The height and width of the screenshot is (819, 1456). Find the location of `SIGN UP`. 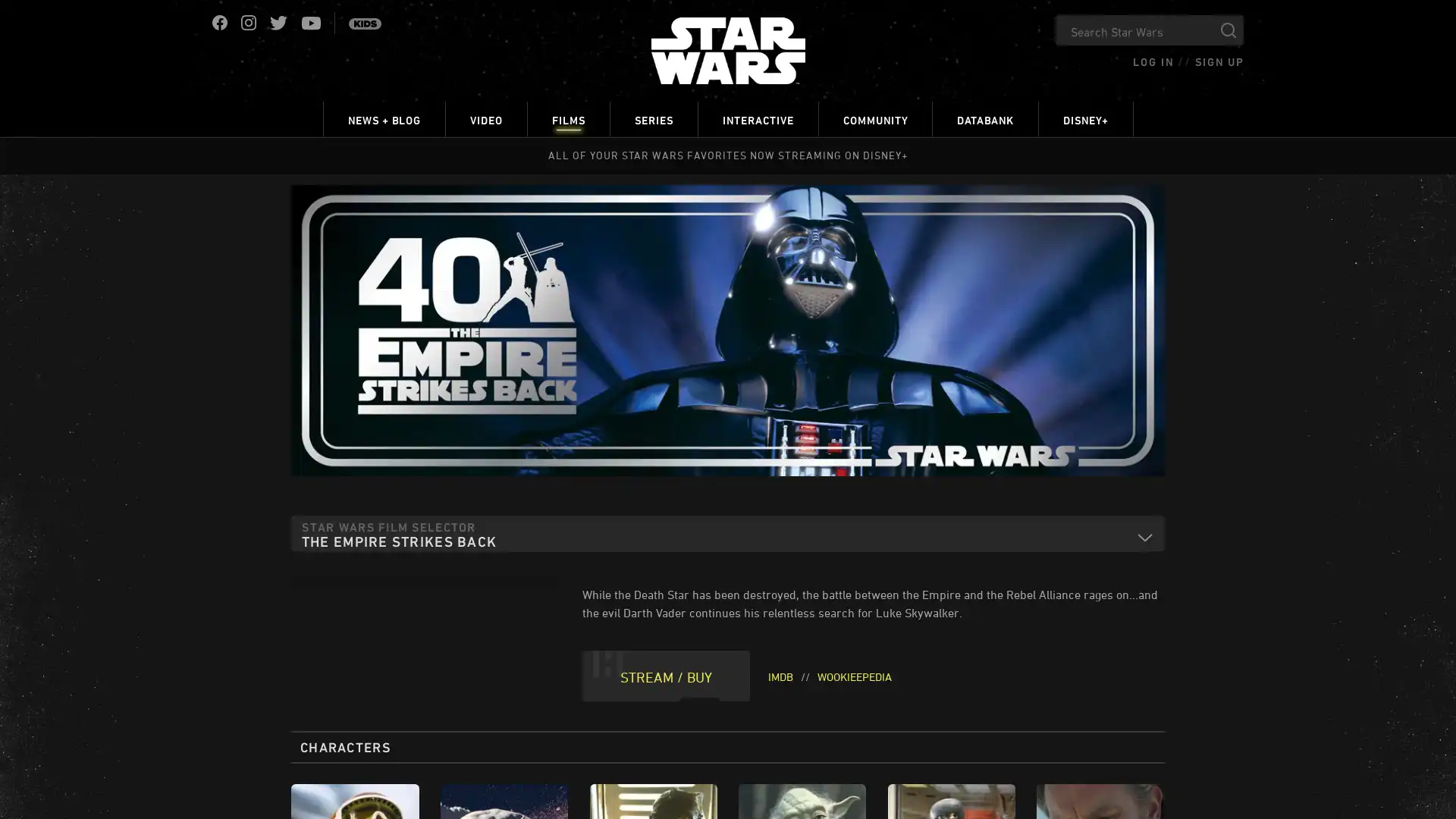

SIGN UP is located at coordinates (1219, 61).